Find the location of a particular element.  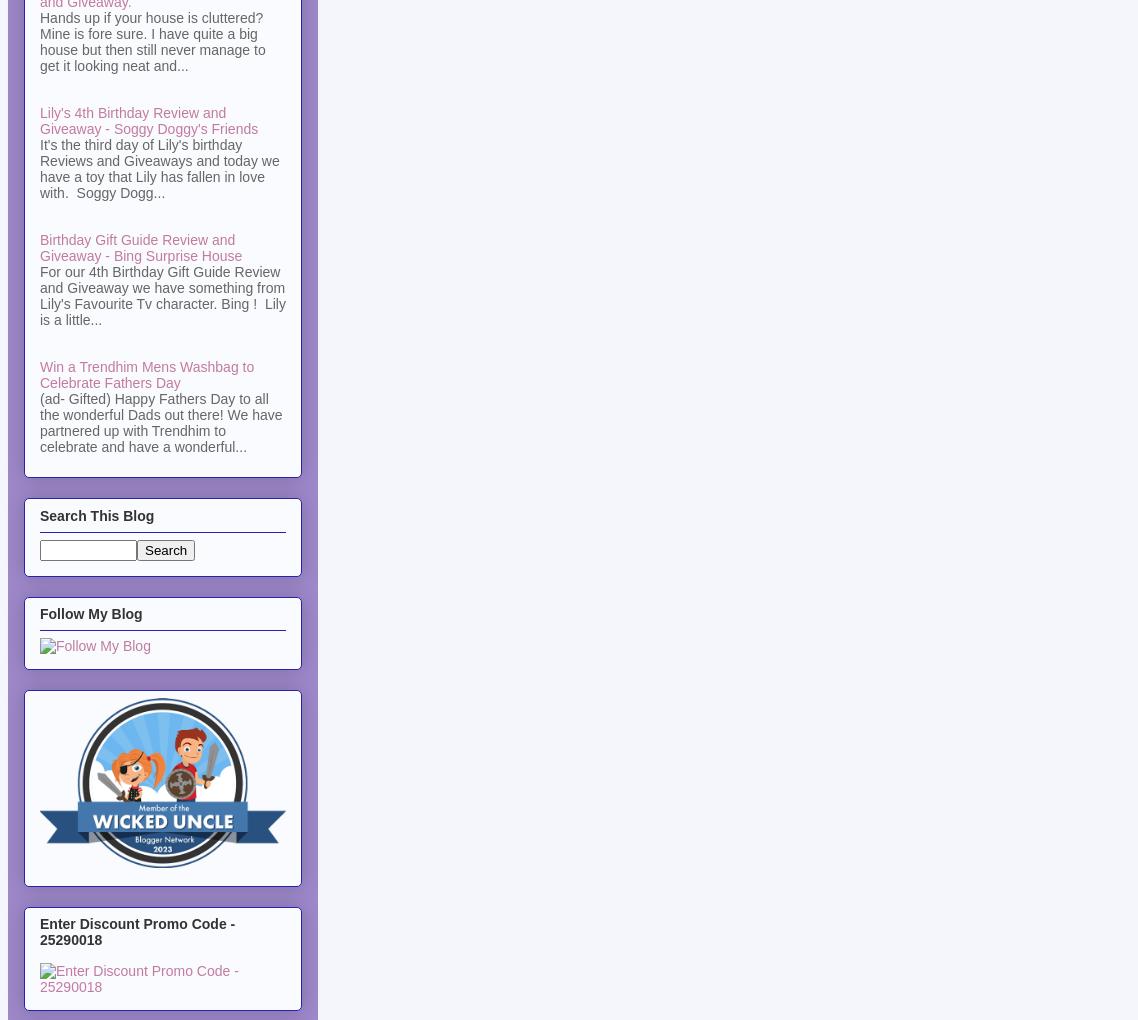

'Follow My Blog' is located at coordinates (90, 613).